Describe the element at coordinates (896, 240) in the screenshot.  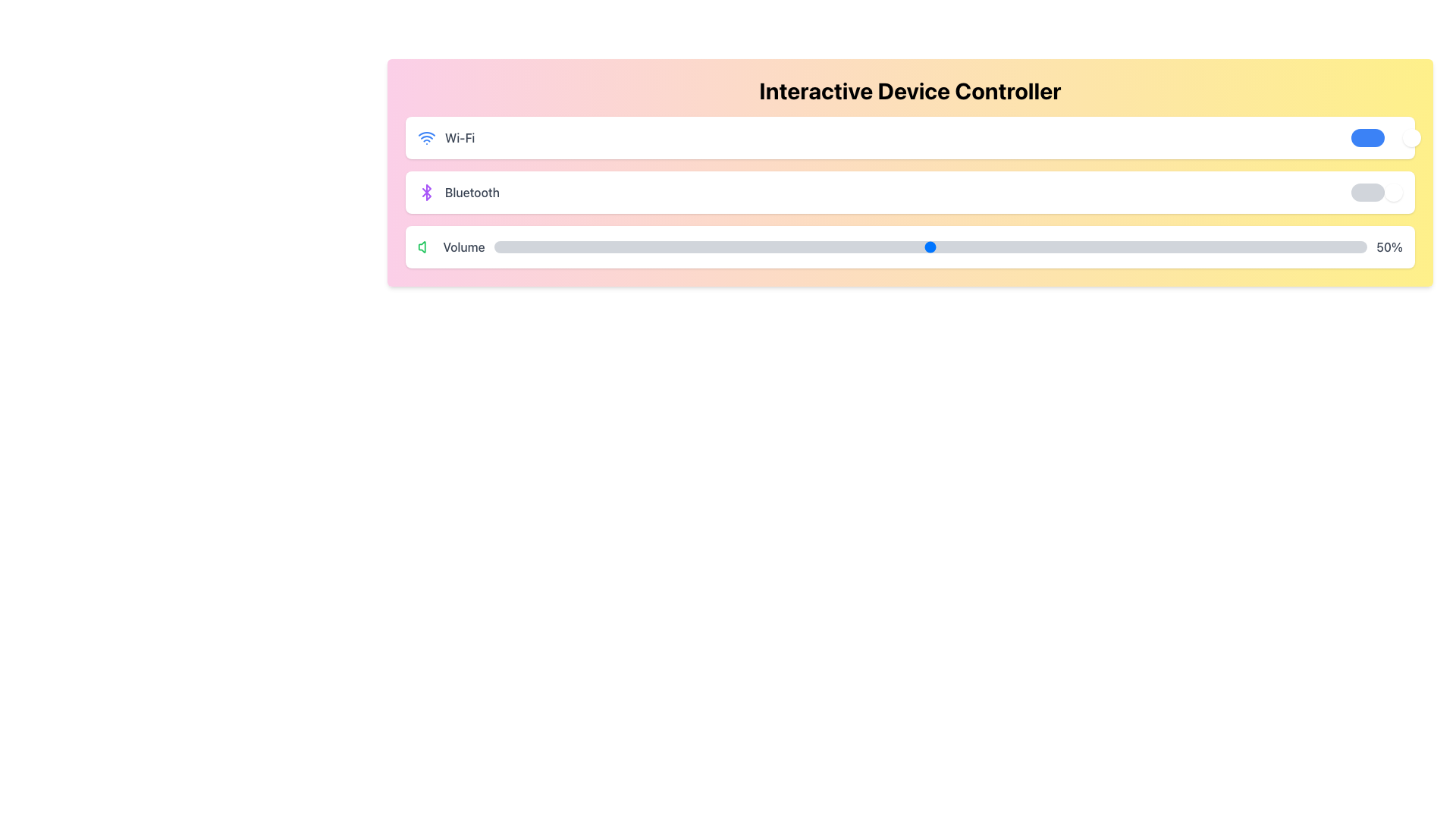
I see `the slider value` at that location.